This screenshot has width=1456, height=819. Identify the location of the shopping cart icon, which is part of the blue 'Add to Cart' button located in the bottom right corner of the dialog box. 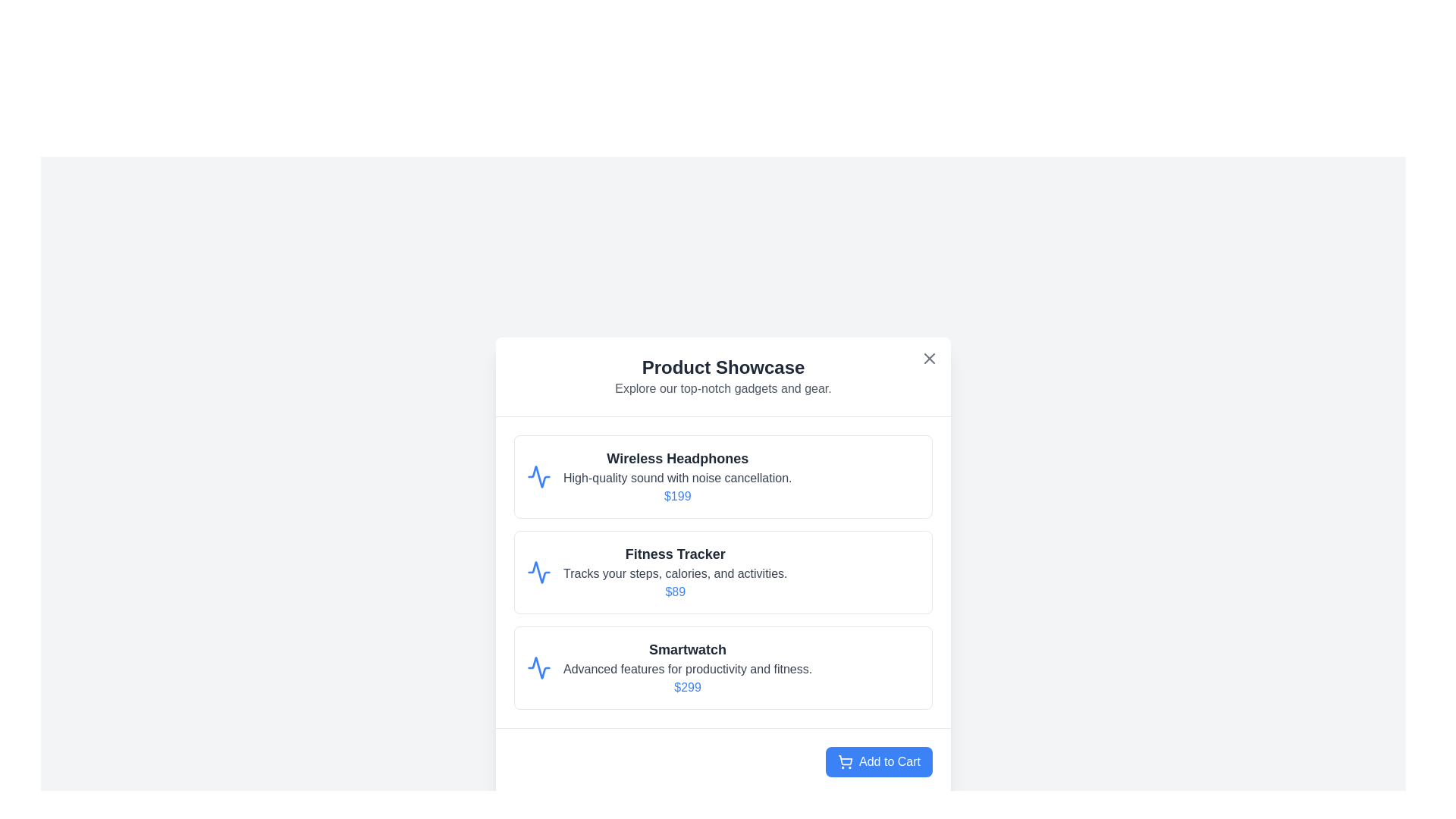
(845, 760).